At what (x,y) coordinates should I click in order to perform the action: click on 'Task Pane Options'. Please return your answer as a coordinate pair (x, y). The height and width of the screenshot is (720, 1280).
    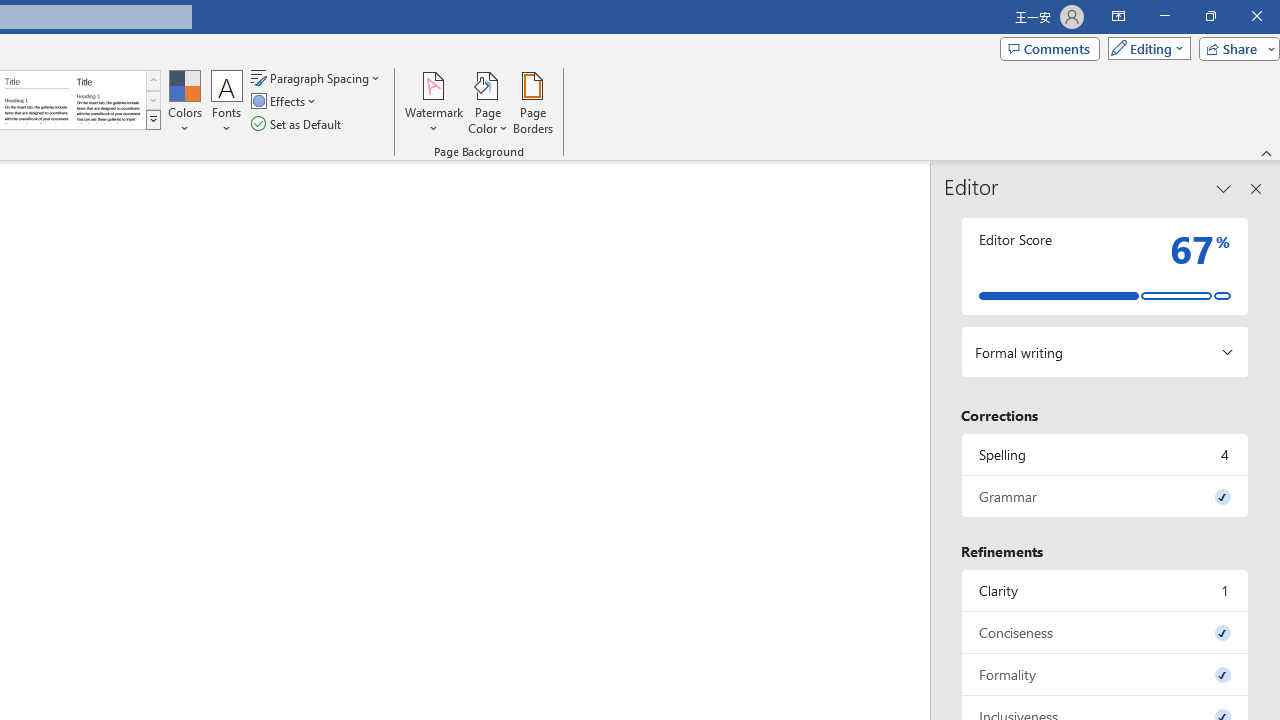
    Looking at the image, I should click on (1223, 189).